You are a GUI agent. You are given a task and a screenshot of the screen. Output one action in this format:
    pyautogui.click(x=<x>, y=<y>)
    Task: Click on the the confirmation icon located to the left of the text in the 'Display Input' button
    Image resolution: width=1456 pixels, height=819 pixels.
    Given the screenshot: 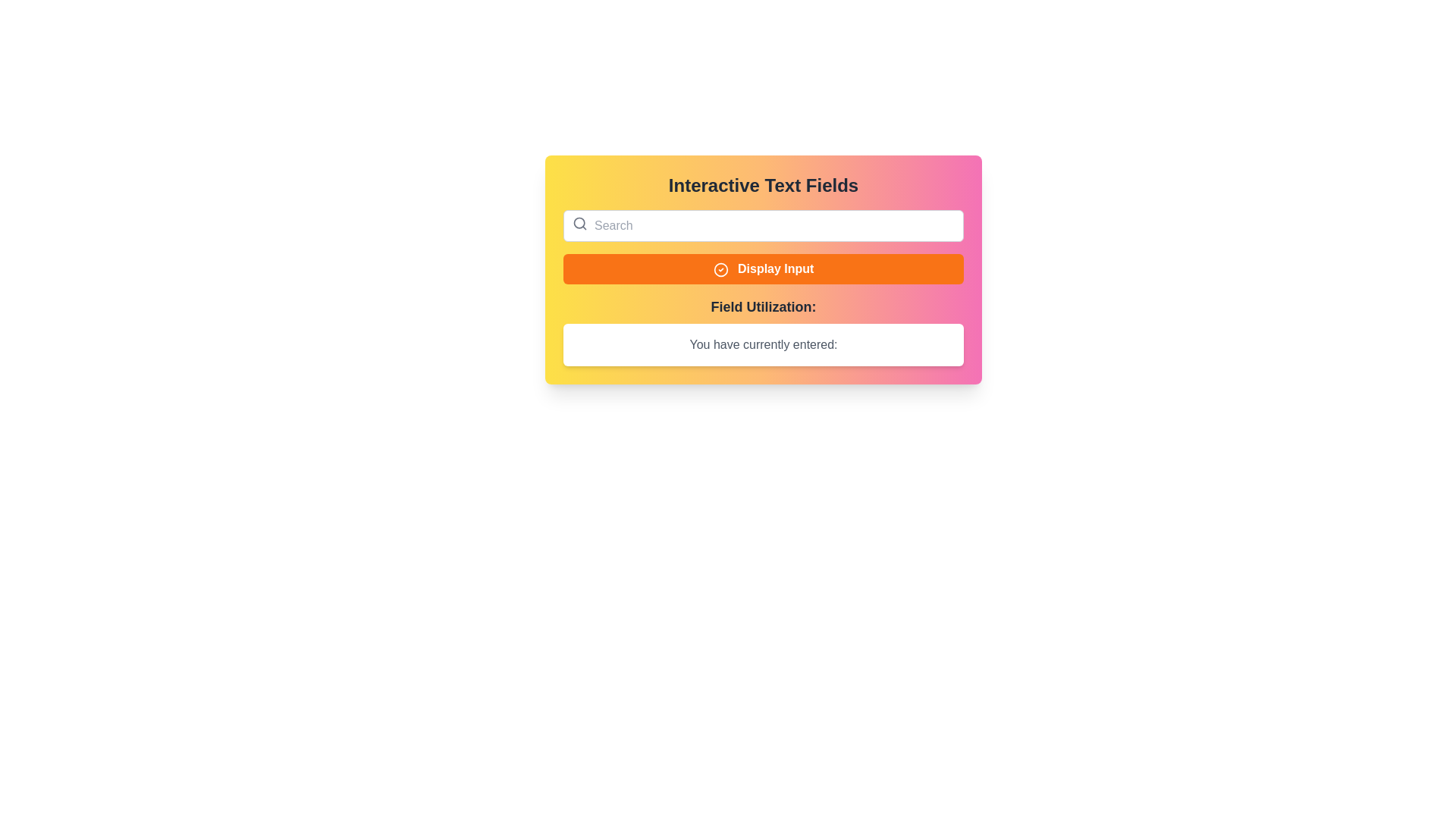 What is the action you would take?
    pyautogui.click(x=720, y=268)
    